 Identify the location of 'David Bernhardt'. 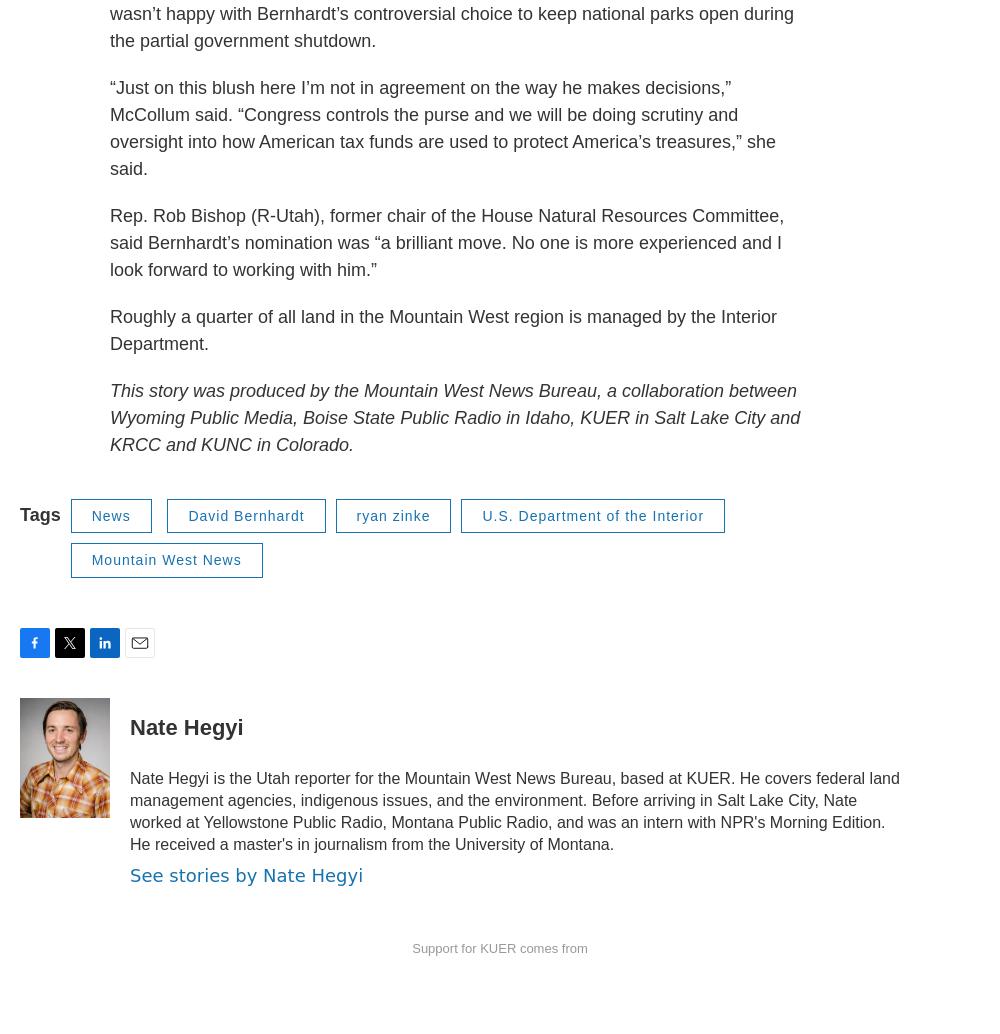
(245, 514).